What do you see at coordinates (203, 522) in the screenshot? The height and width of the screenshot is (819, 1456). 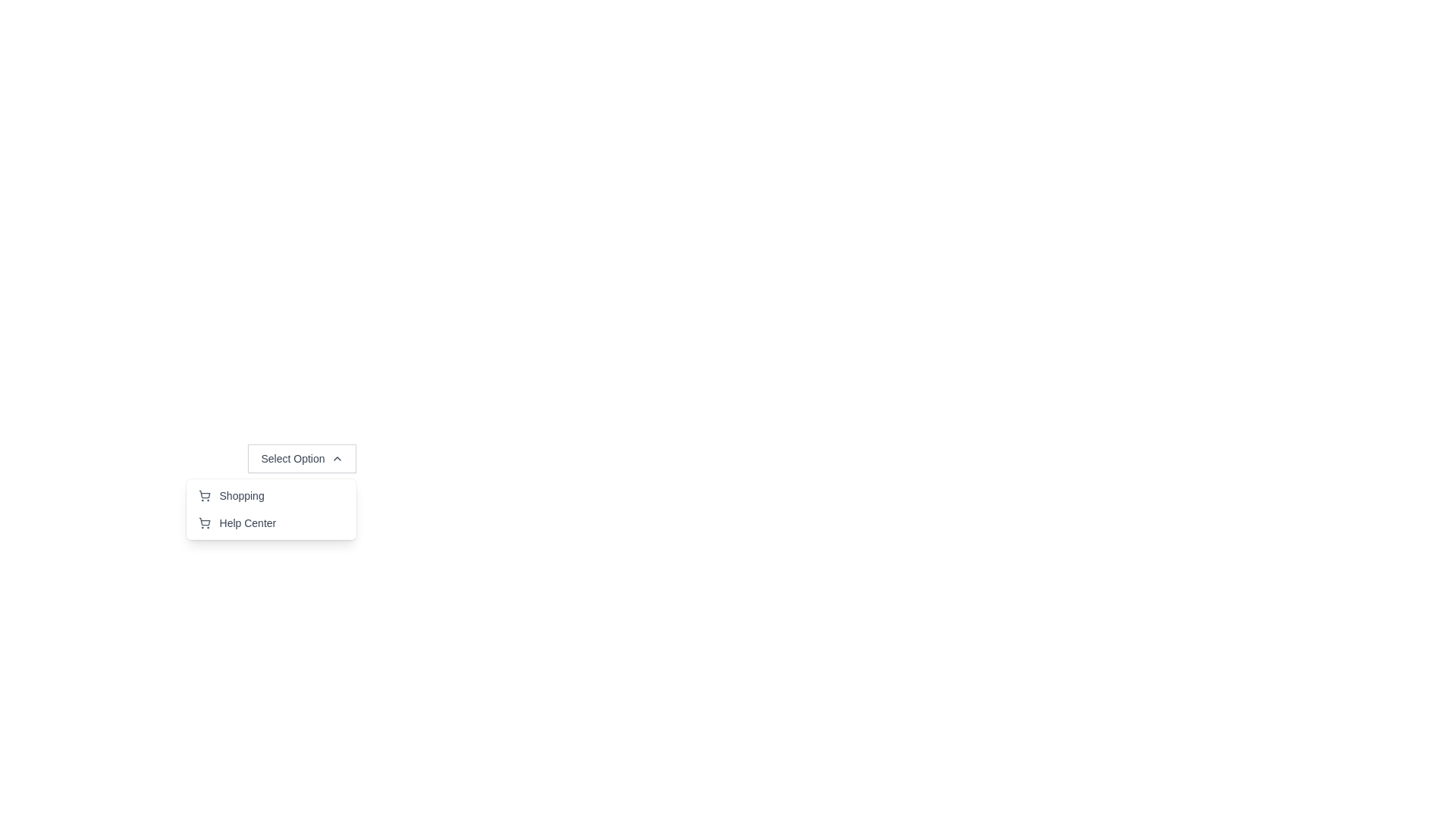 I see `the small shopping cart icon, which is dark gray line art with two circles at the bottom representing wheels, located to the left of the 'Help Center' label in the dropdown menu` at bounding box center [203, 522].